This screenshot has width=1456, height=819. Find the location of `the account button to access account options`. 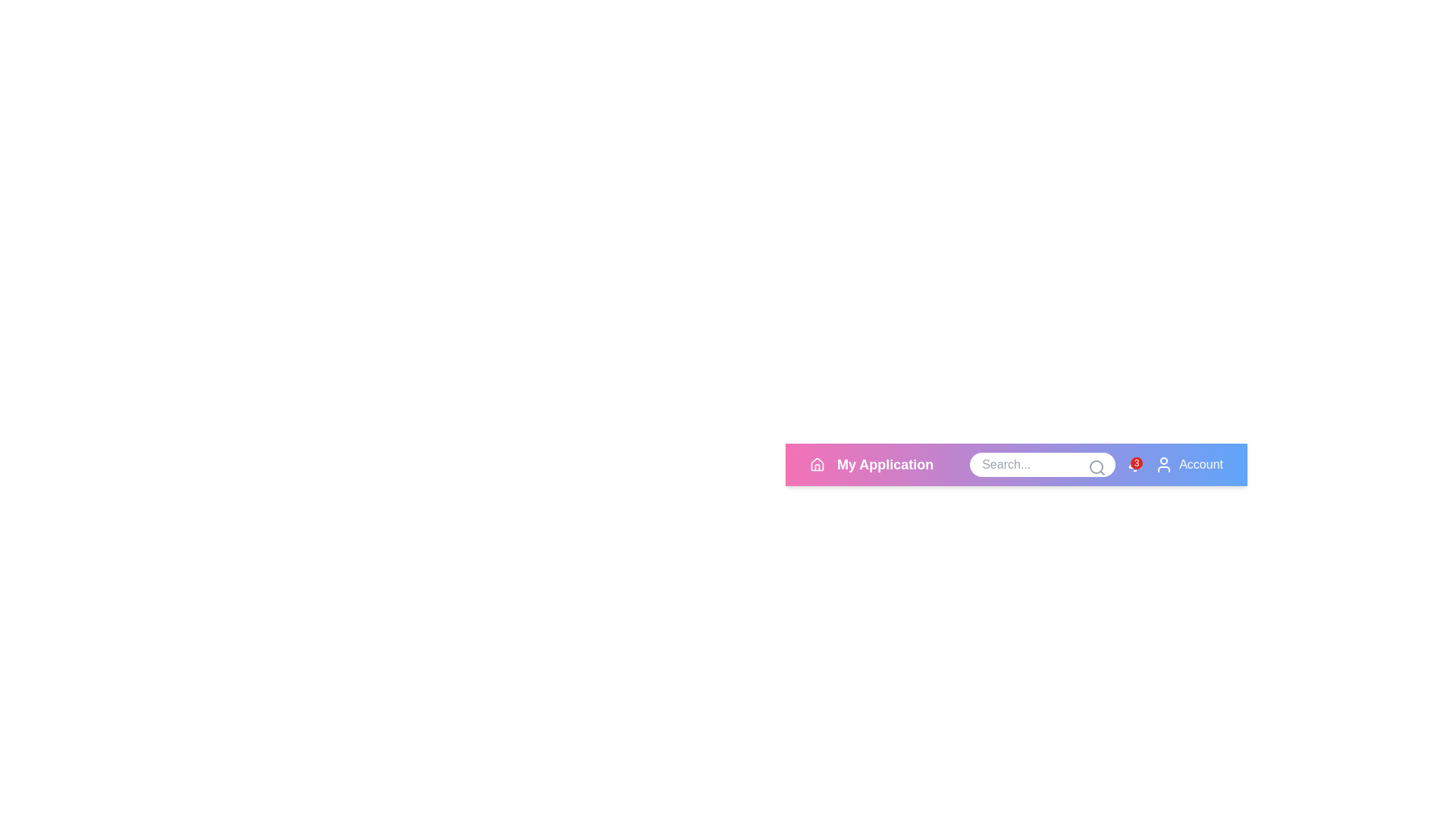

the account button to access account options is located at coordinates (1188, 464).